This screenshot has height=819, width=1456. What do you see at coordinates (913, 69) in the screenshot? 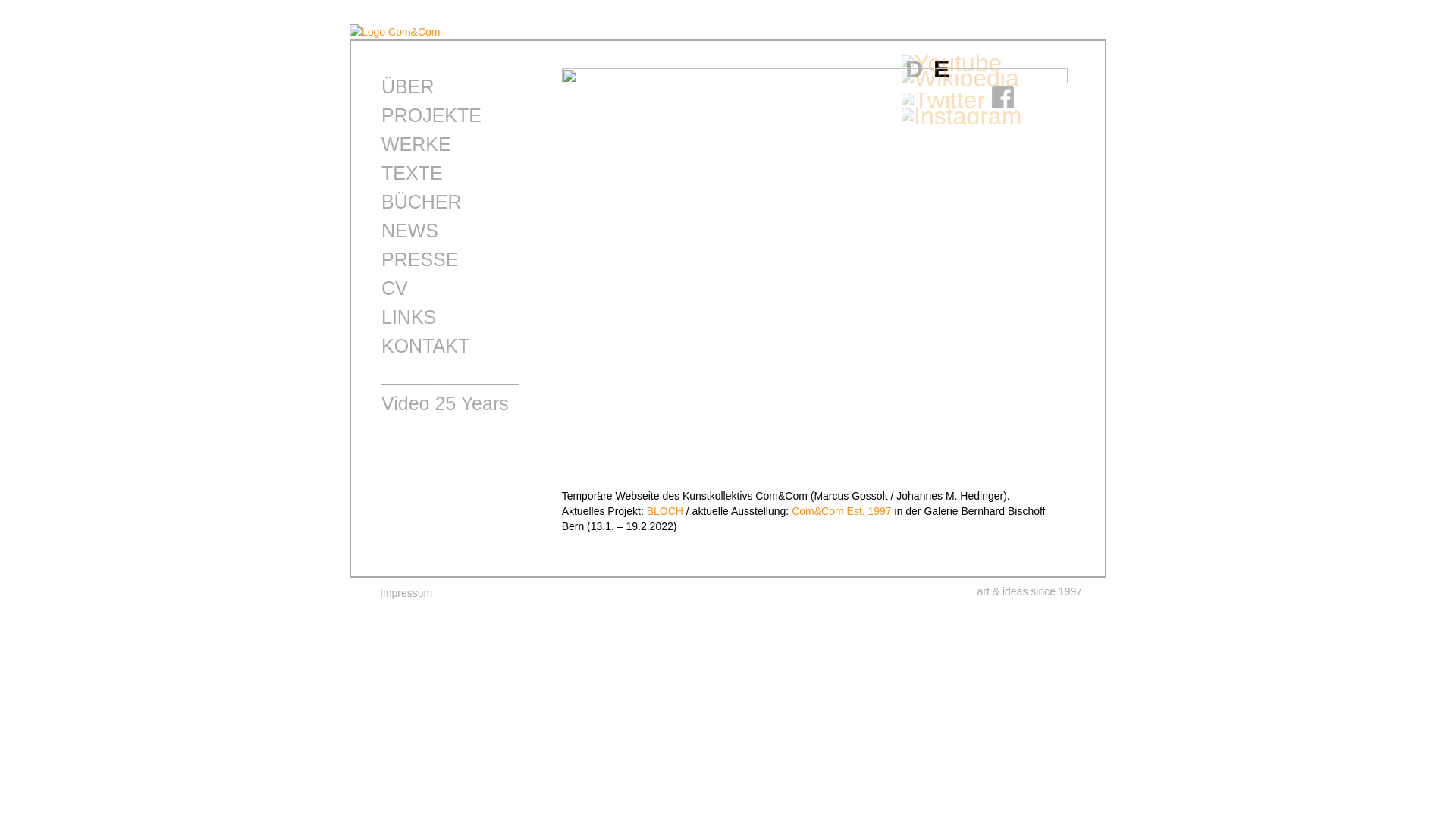
I see `'D'` at bounding box center [913, 69].